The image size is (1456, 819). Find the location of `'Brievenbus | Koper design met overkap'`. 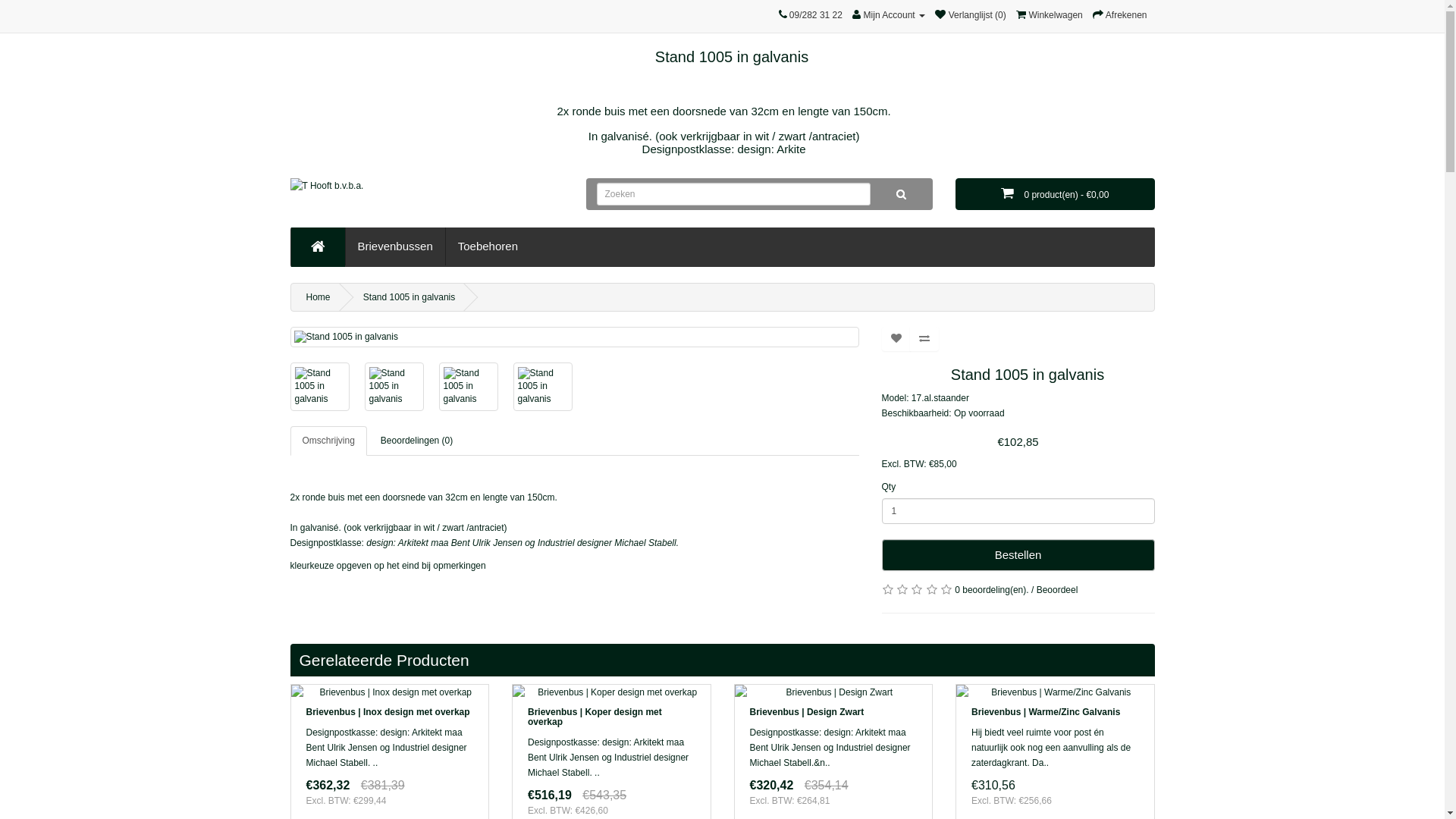

'Brievenbus | Koper design met overkap' is located at coordinates (594, 717).